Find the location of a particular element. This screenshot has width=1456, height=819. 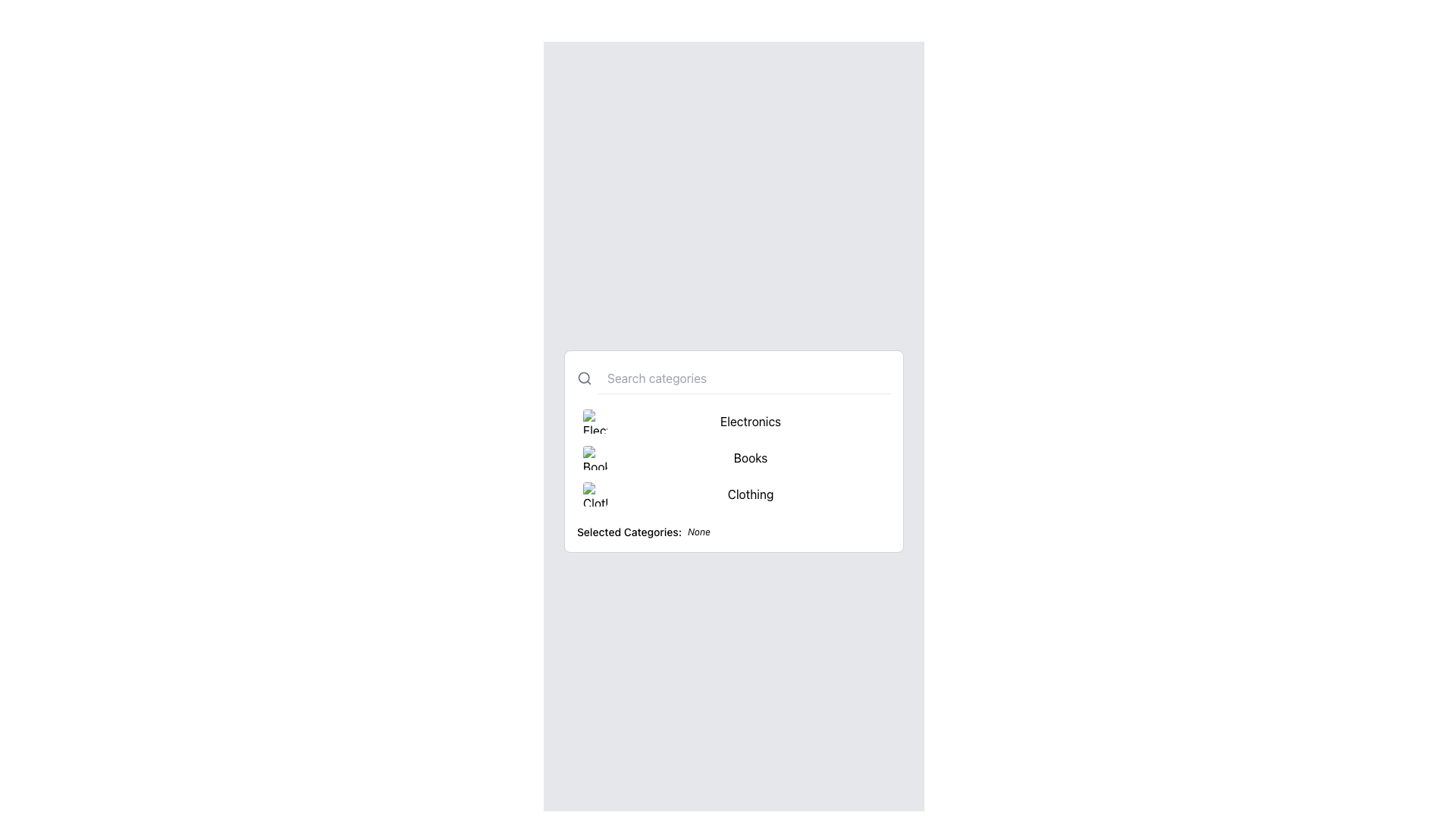

the 'Clothing' category list item in the dropdown menu, which is the third item below 'Books' and above the end of the list is located at coordinates (734, 494).